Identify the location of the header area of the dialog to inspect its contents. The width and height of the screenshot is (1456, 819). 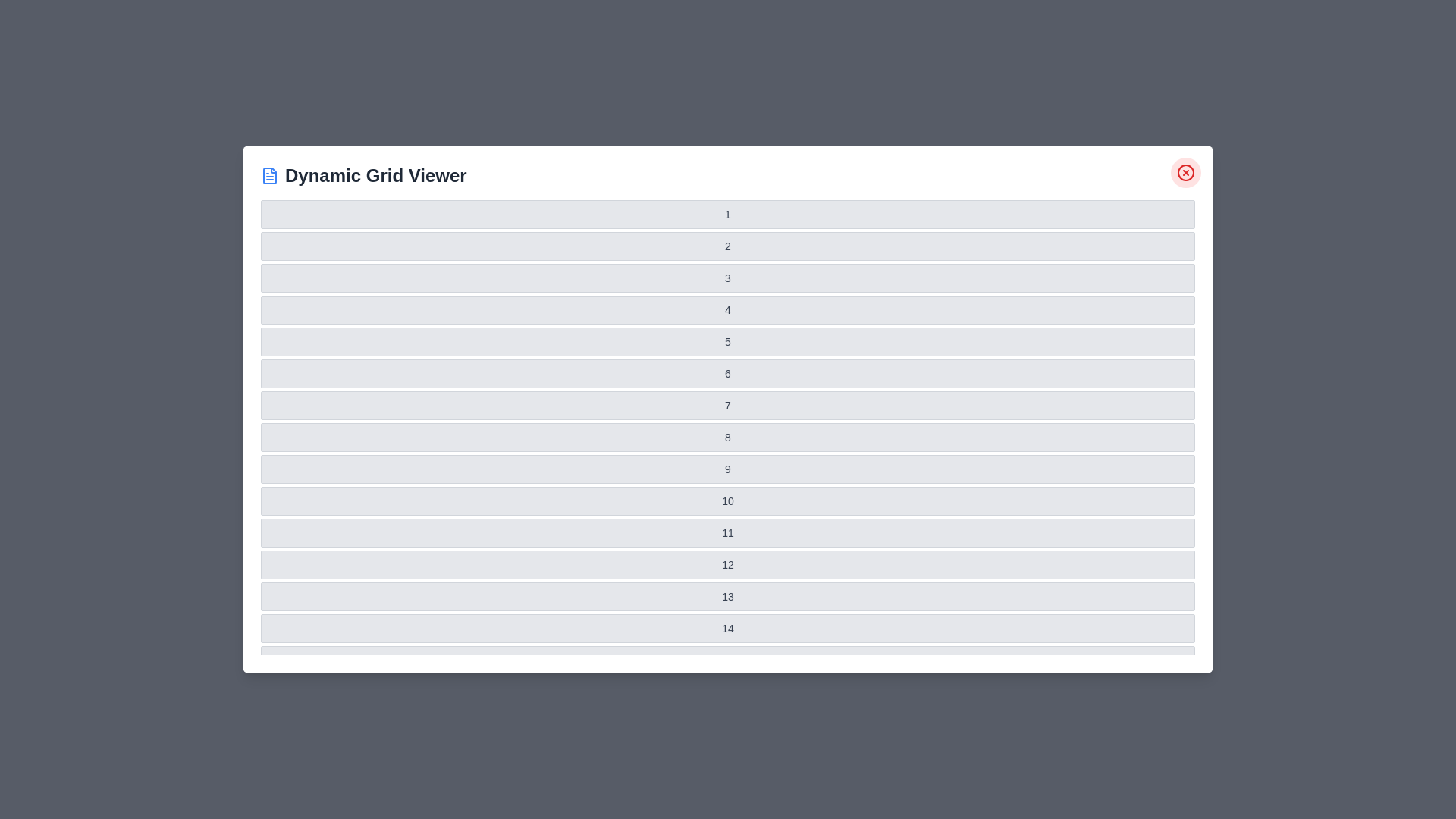
(728, 174).